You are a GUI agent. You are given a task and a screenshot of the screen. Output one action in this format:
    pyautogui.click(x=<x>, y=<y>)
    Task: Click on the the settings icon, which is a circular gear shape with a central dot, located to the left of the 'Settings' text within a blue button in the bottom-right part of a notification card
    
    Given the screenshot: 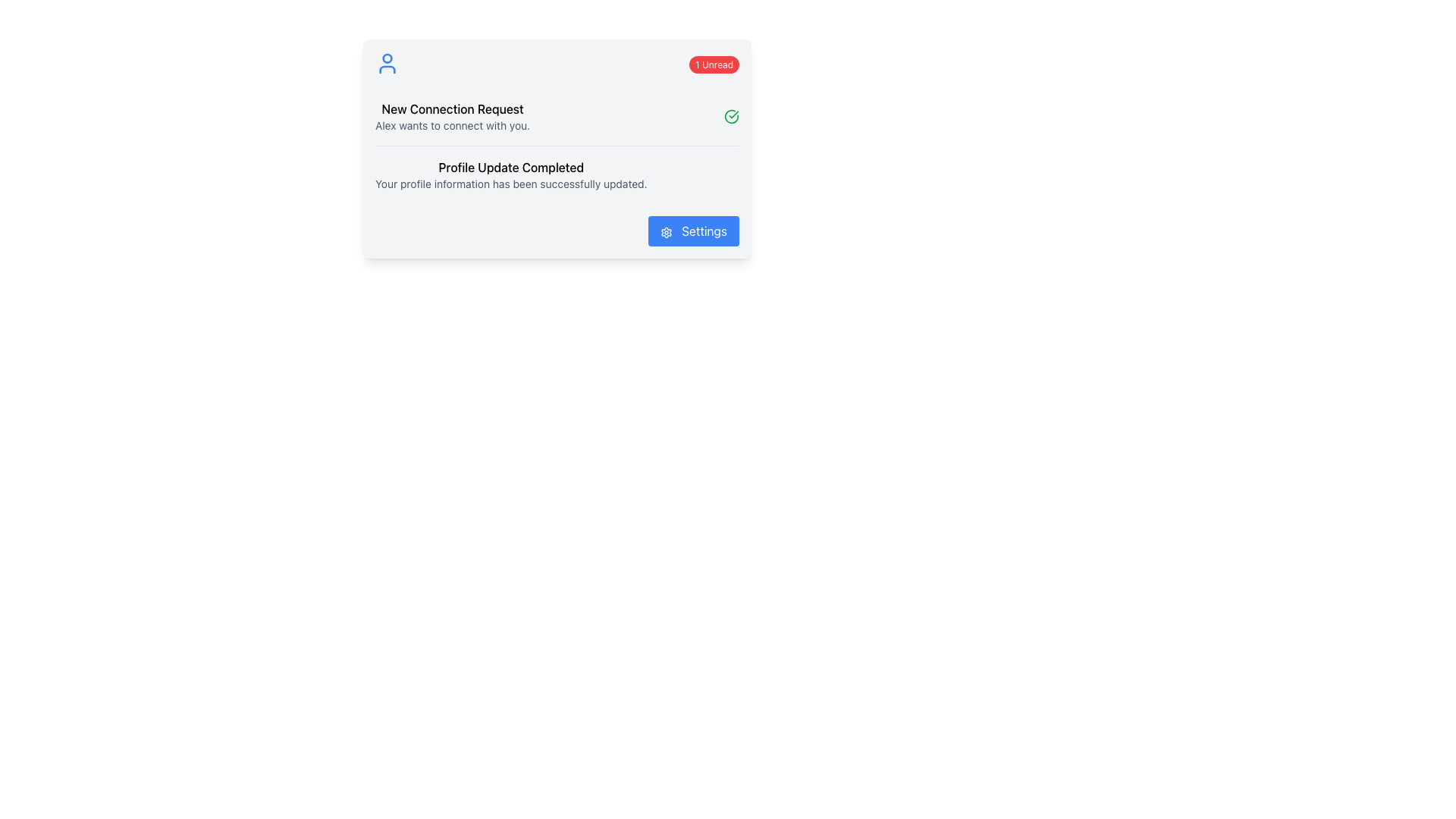 What is the action you would take?
    pyautogui.click(x=666, y=232)
    